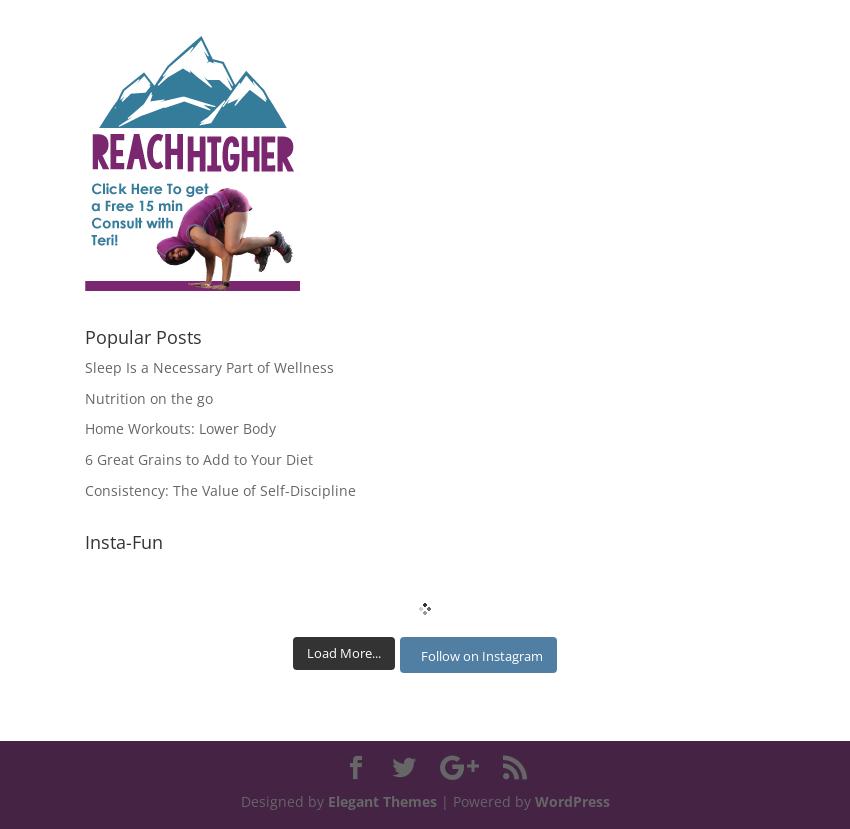 This screenshot has width=850, height=829. I want to click on 'Consistency: The Value of Self-Discipline', so click(220, 489).